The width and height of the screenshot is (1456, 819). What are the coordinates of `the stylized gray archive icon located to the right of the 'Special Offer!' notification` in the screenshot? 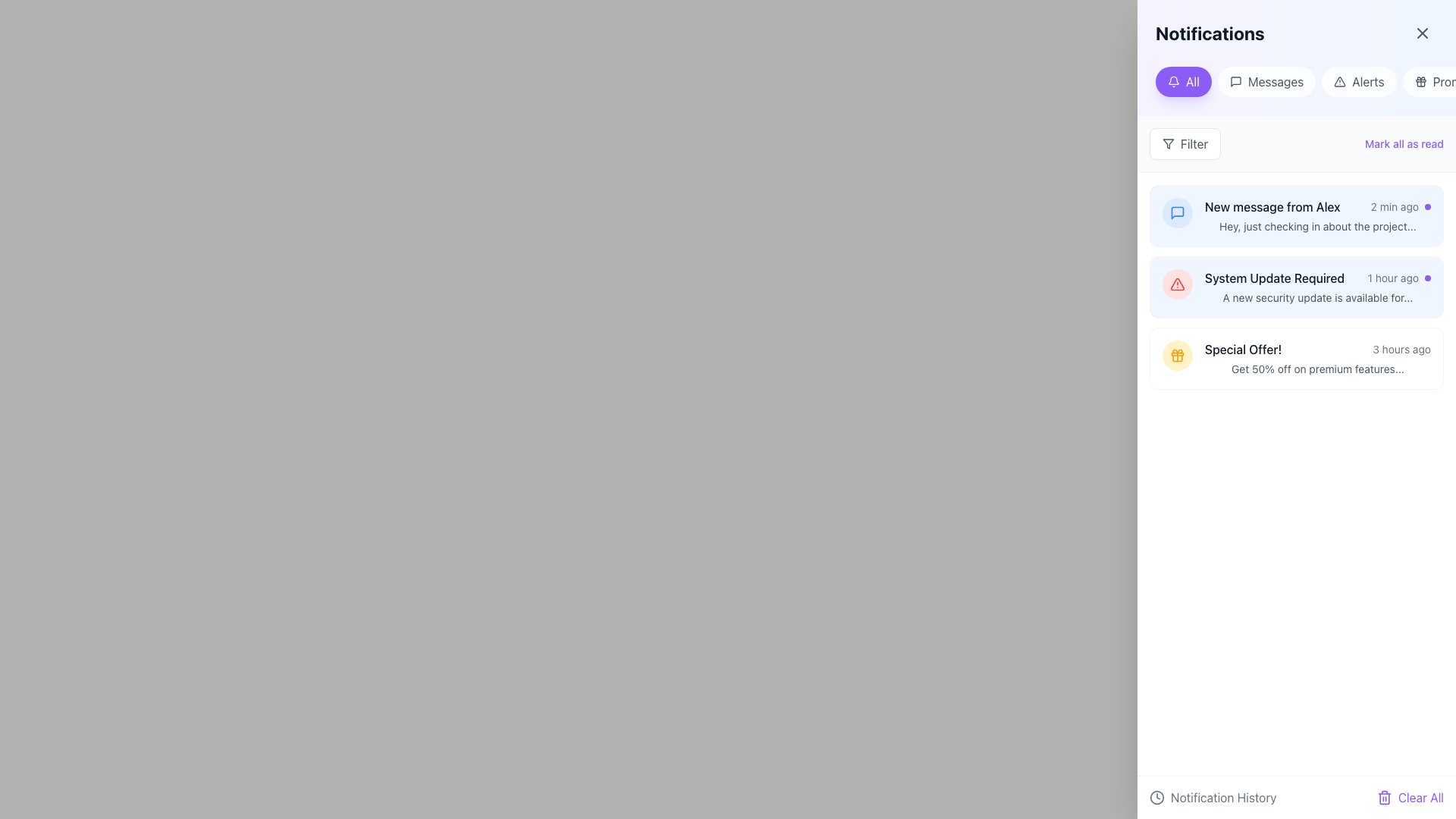 It's located at (1357, 359).